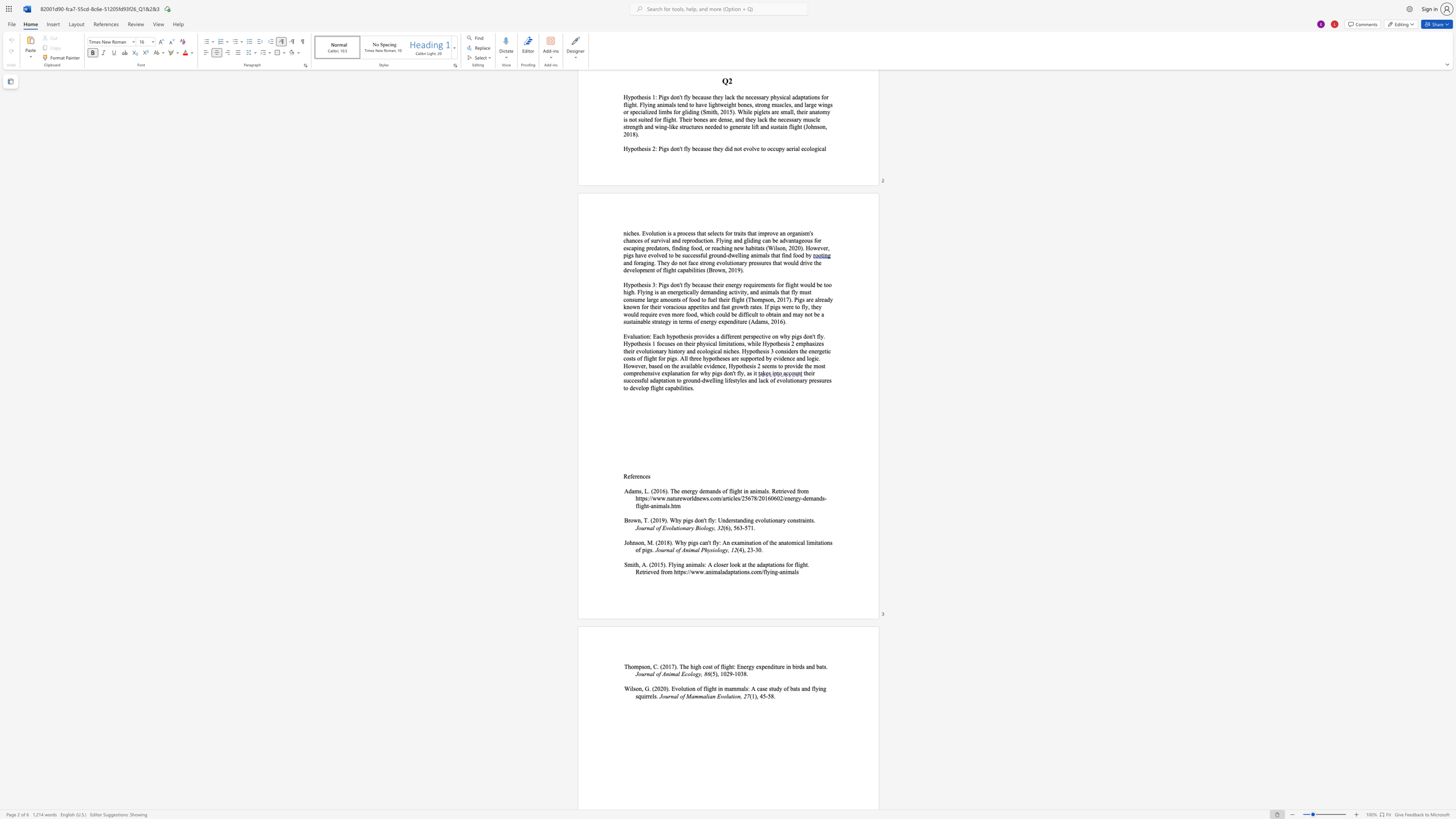  I want to click on the subset text "urnal of Animal Ecolo" within the text "Journal of Animal Ecology, 86", so click(640, 673).